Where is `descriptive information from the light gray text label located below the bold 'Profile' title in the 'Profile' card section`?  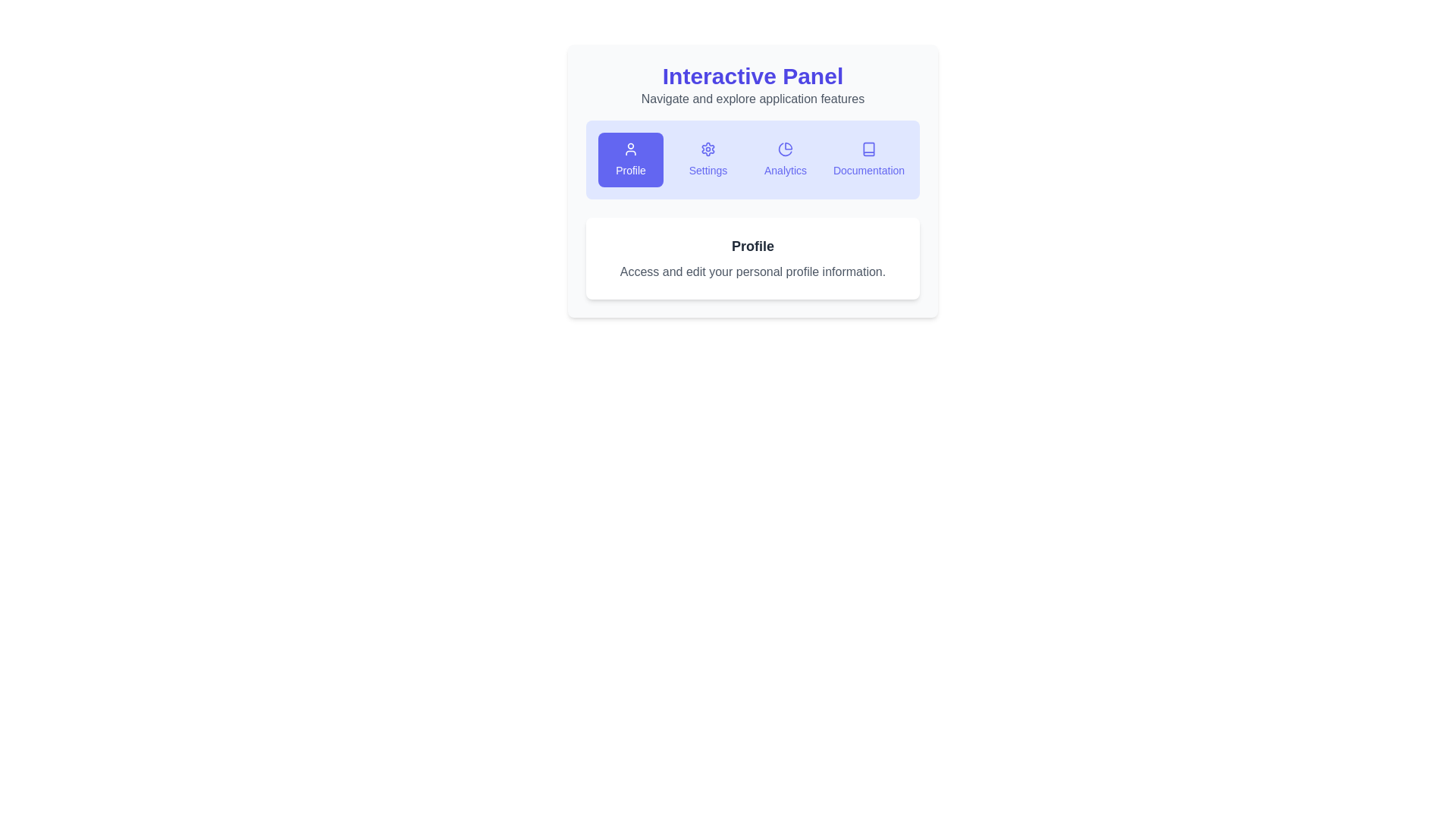
descriptive information from the light gray text label located below the bold 'Profile' title in the 'Profile' card section is located at coordinates (753, 271).